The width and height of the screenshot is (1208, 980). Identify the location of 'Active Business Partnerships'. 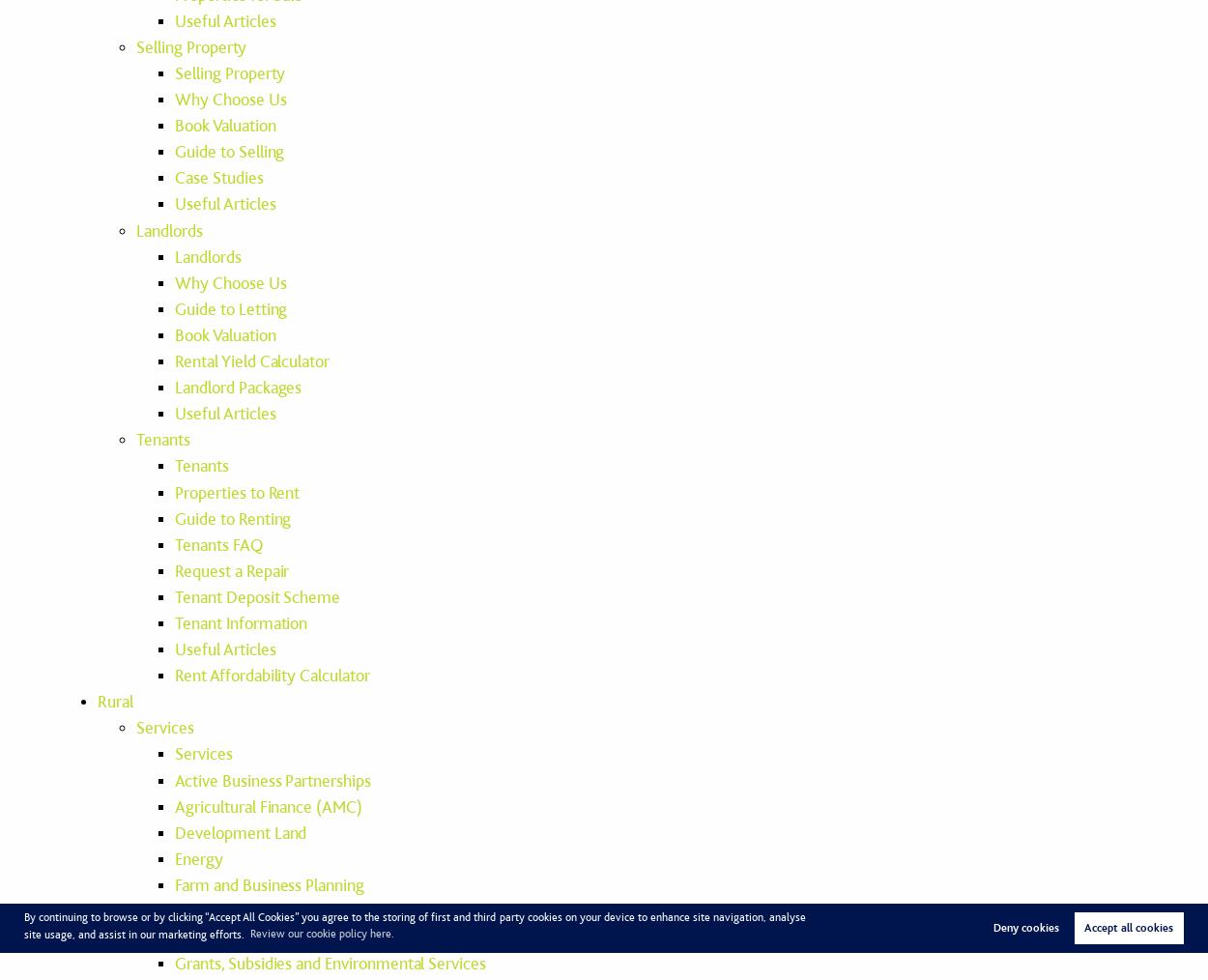
(273, 780).